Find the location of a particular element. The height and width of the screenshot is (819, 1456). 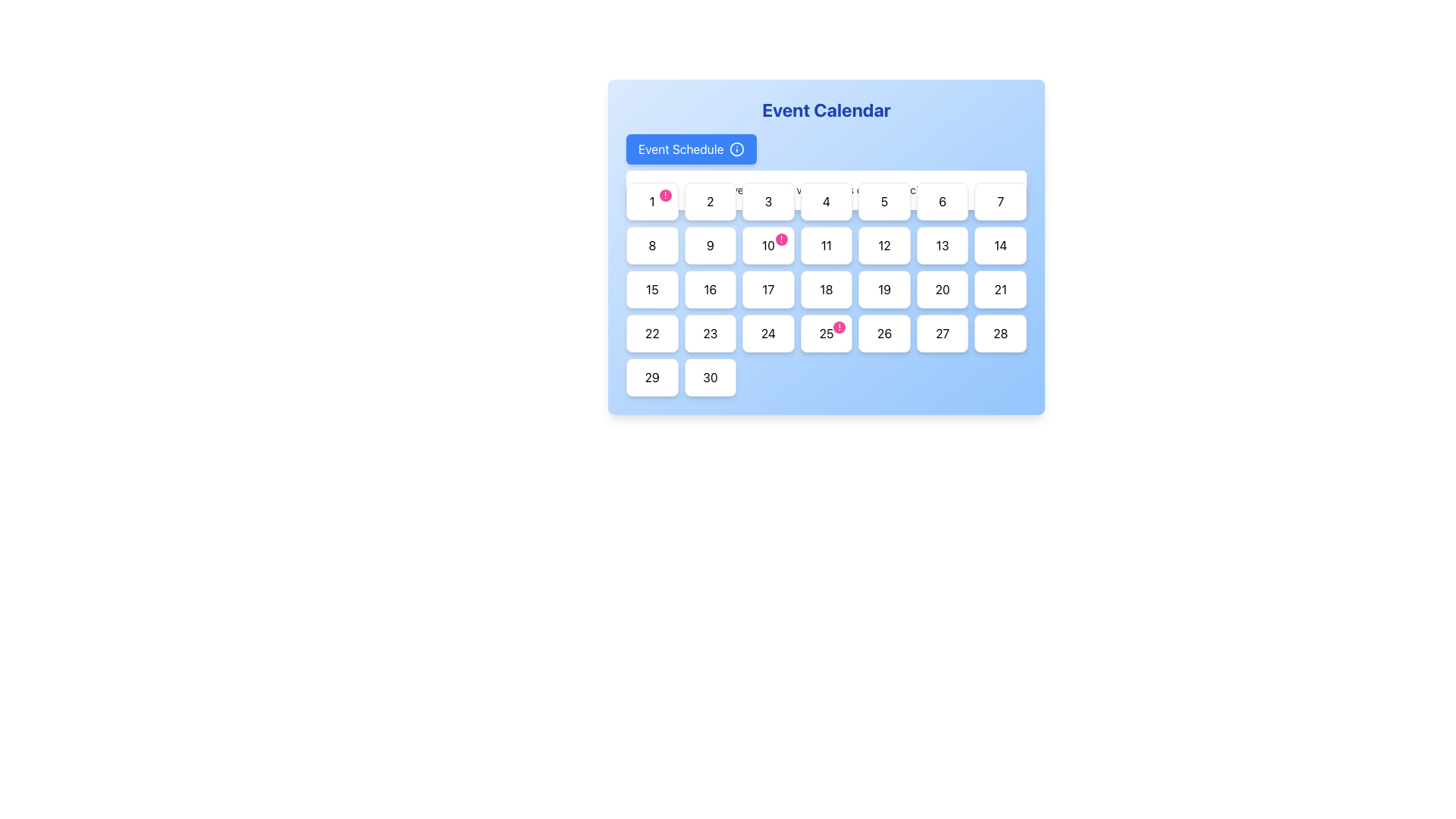

the circular information icon that is part of the SVG representation adjacent to the 'Event Schedule' button to observe the visual indication or tooltip is located at coordinates (737, 149).